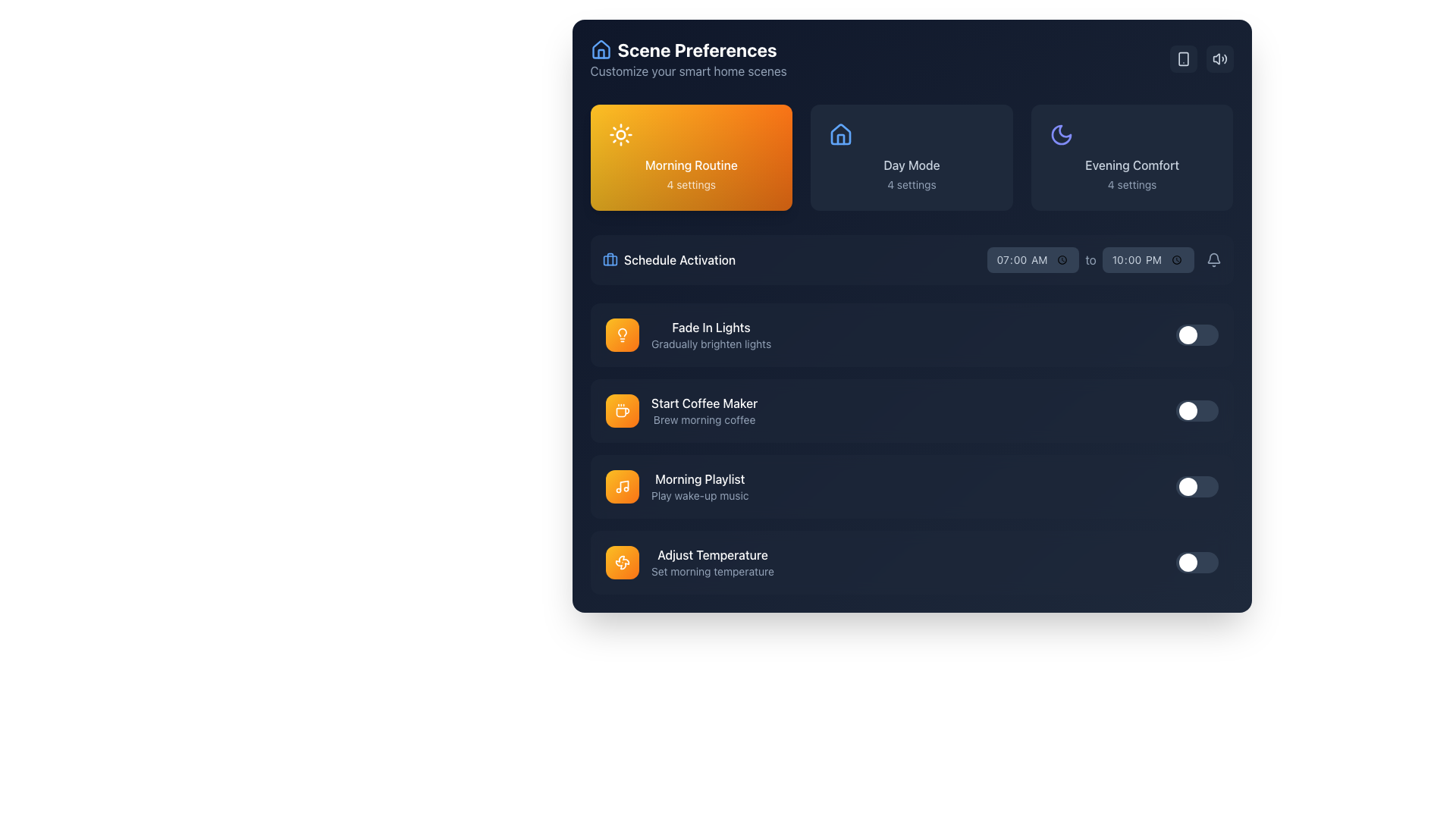  What do you see at coordinates (610, 259) in the screenshot?
I see `the 'Schedule Activation' icon located to the immediate left of the text 'Schedule Activation' in the Scene Preferences panel` at bounding box center [610, 259].